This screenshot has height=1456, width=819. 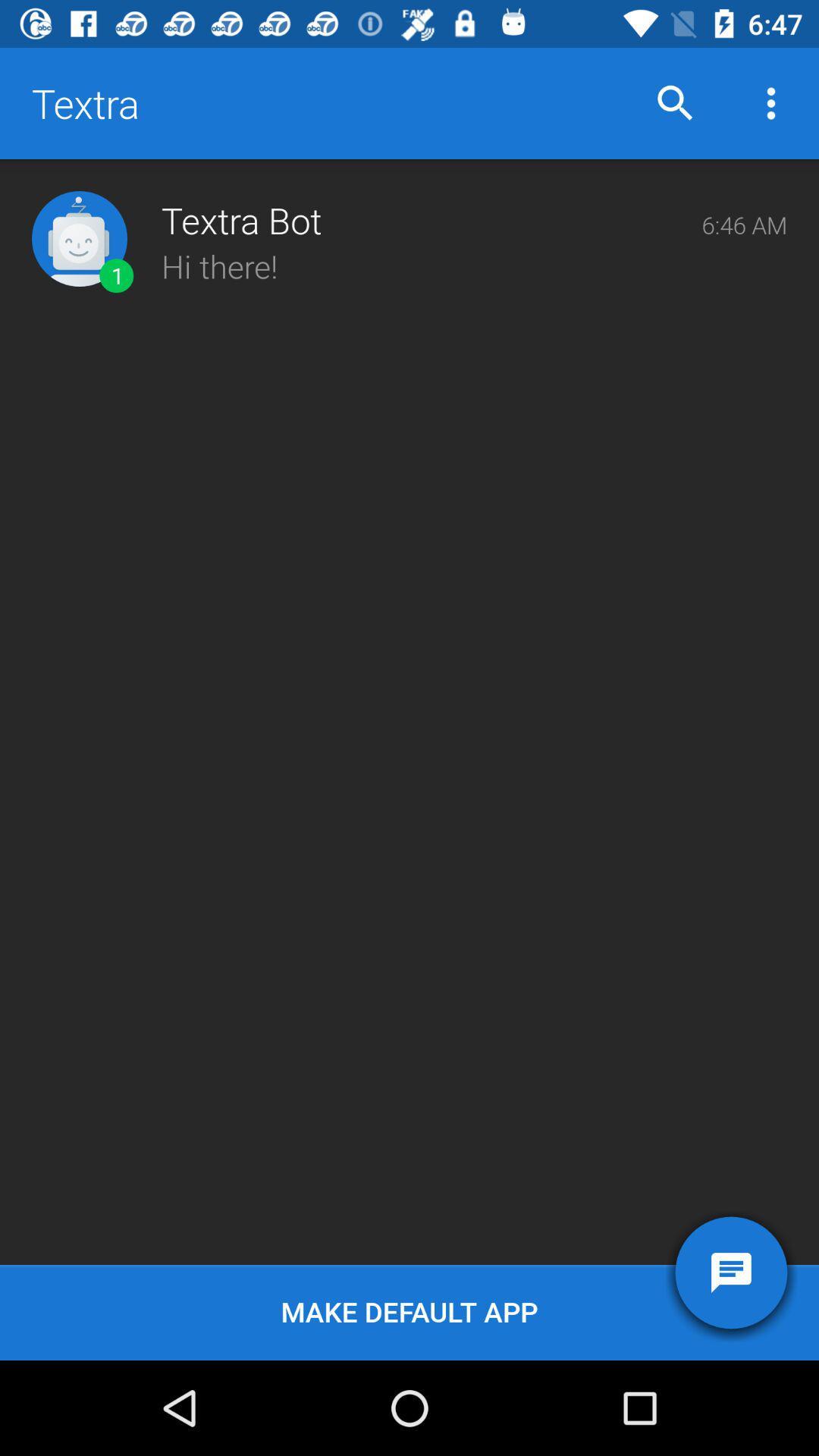 What do you see at coordinates (730, 1272) in the screenshot?
I see `the item next to the make default app icon` at bounding box center [730, 1272].